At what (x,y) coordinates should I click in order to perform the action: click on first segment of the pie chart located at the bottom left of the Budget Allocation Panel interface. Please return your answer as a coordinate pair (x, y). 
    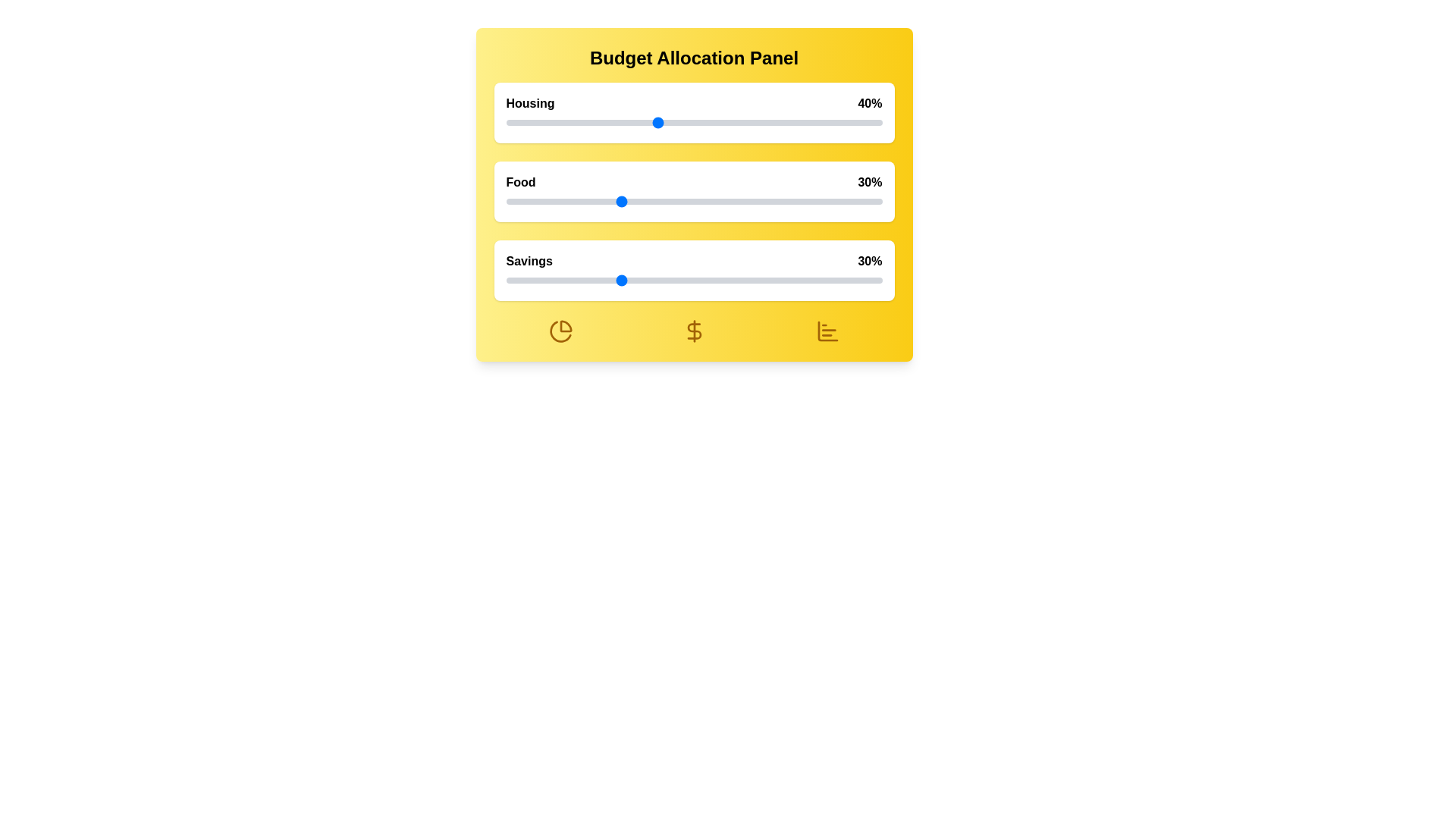
    Looking at the image, I should click on (564, 325).